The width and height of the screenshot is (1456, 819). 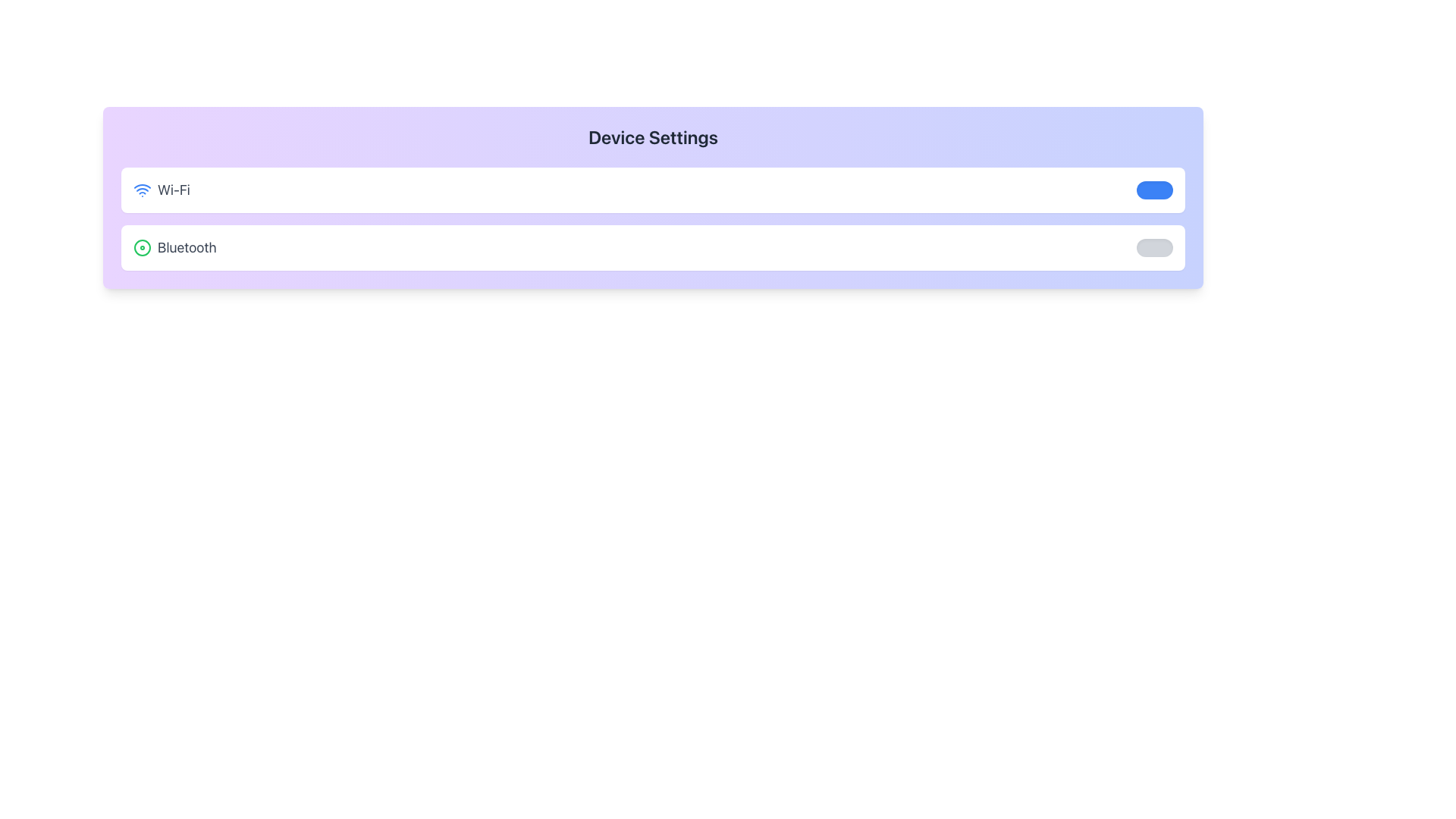 I want to click on the toggle switch located at the far-right position within the 'Wi-Fi' settings row, so click(x=1153, y=189).